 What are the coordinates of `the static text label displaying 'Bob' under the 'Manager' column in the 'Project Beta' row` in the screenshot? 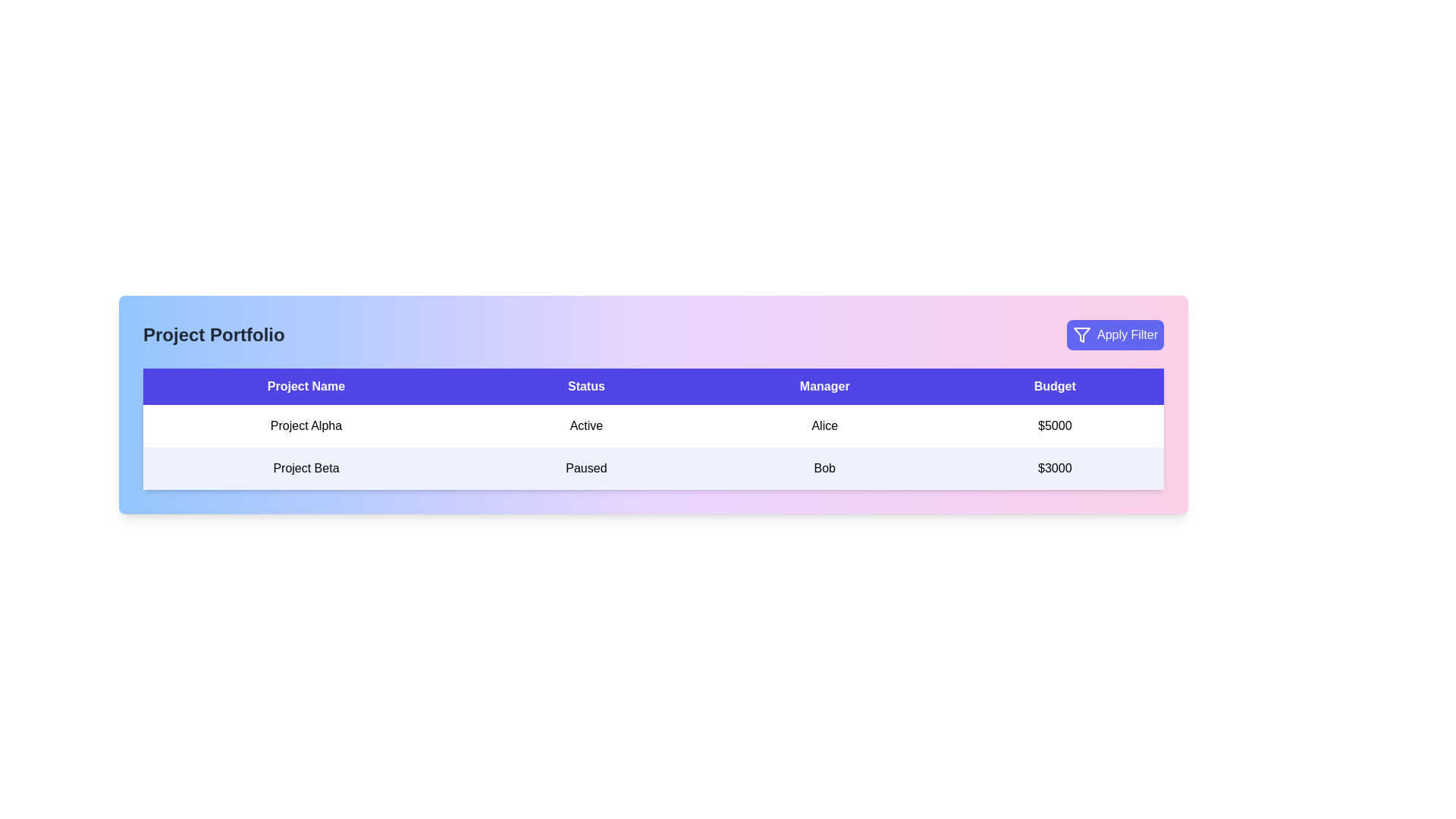 It's located at (824, 467).